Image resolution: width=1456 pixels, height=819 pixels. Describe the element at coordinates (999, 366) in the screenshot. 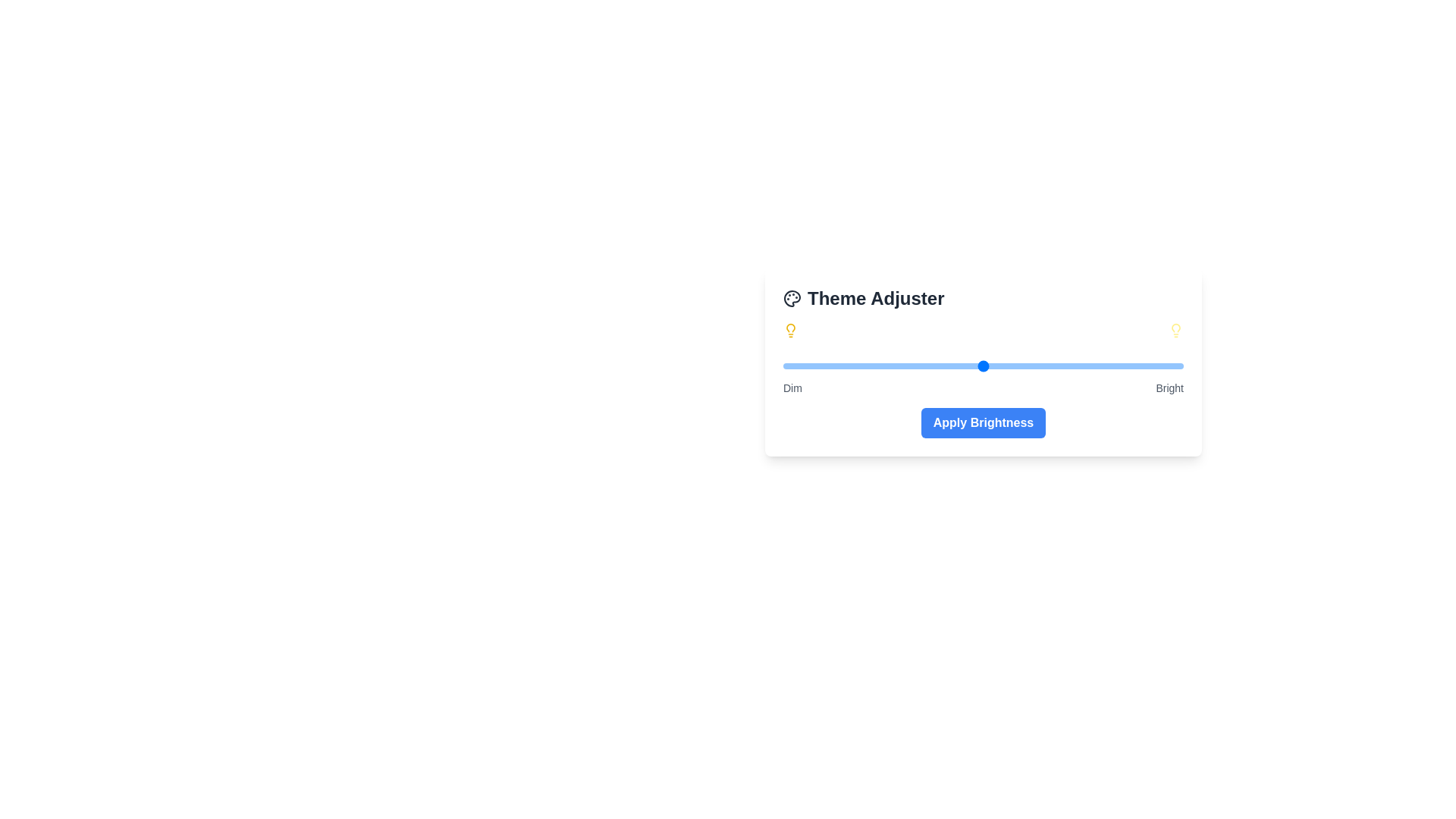

I see `the brightness slider to a specific value 54` at that location.